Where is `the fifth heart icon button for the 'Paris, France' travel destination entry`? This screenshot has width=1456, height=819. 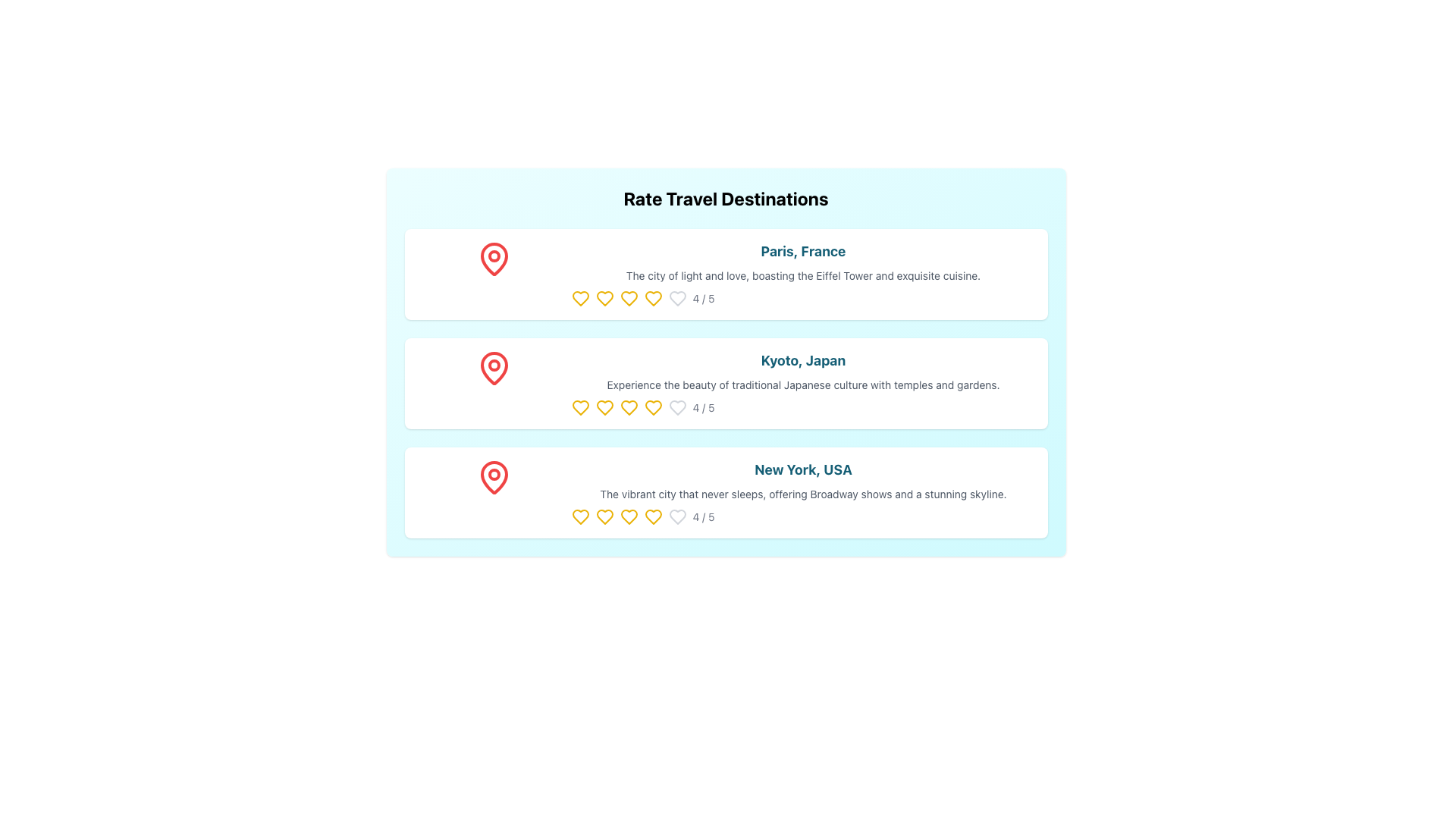 the fifth heart icon button for the 'Paris, France' travel destination entry is located at coordinates (676, 298).